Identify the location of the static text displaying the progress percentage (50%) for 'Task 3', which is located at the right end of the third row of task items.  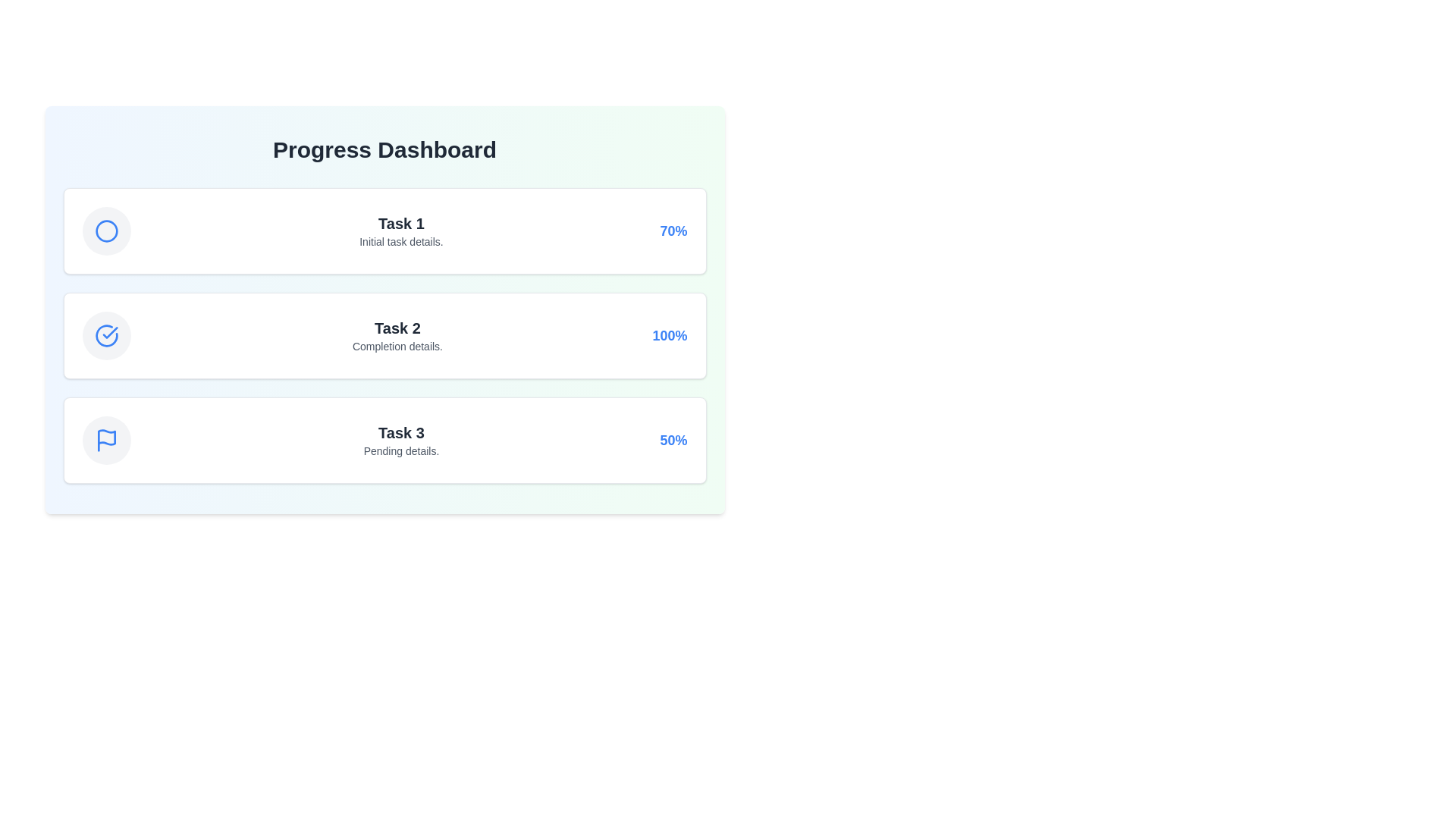
(673, 441).